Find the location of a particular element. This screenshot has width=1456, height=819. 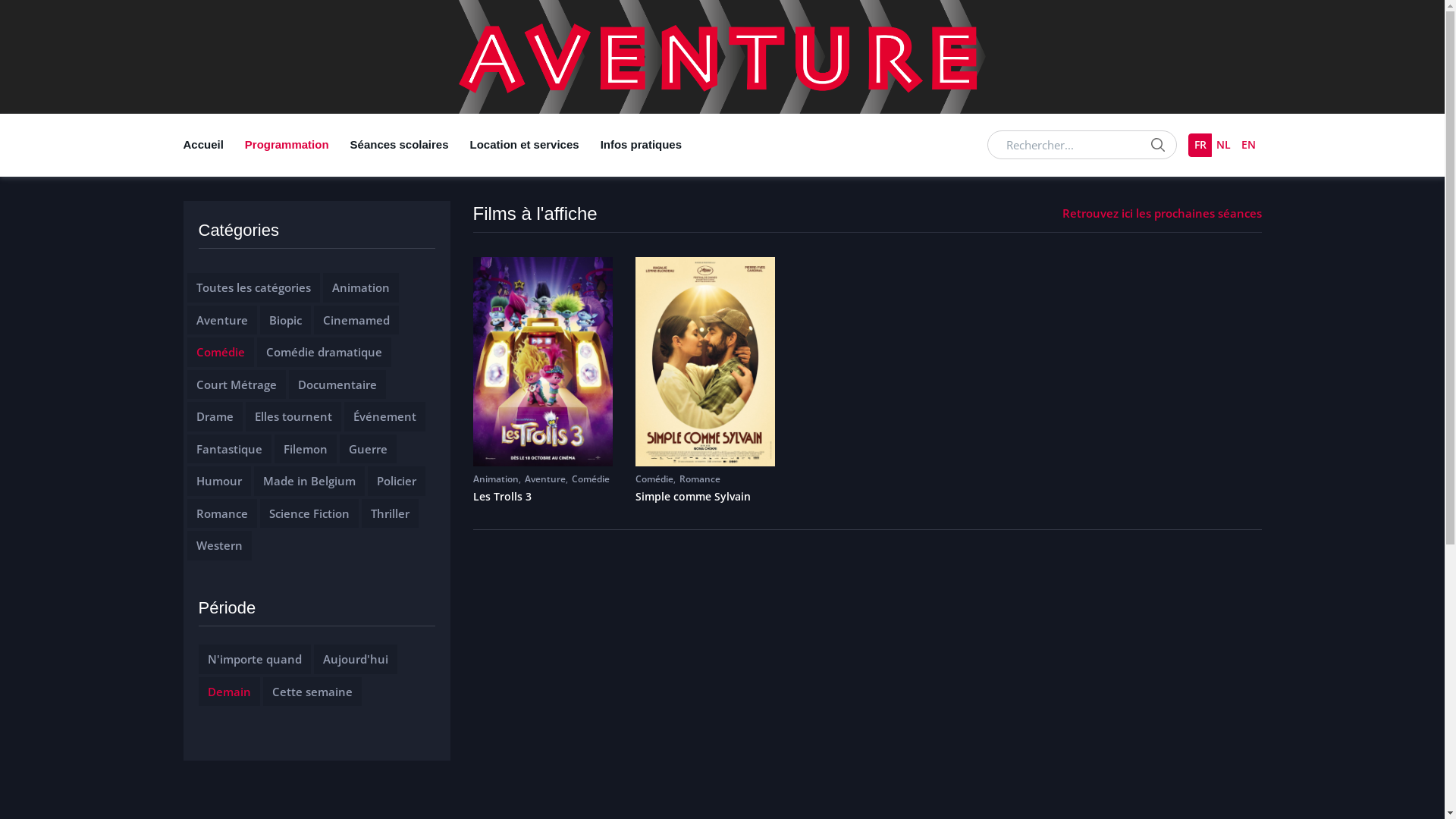

'Cinemamed' is located at coordinates (356, 318).